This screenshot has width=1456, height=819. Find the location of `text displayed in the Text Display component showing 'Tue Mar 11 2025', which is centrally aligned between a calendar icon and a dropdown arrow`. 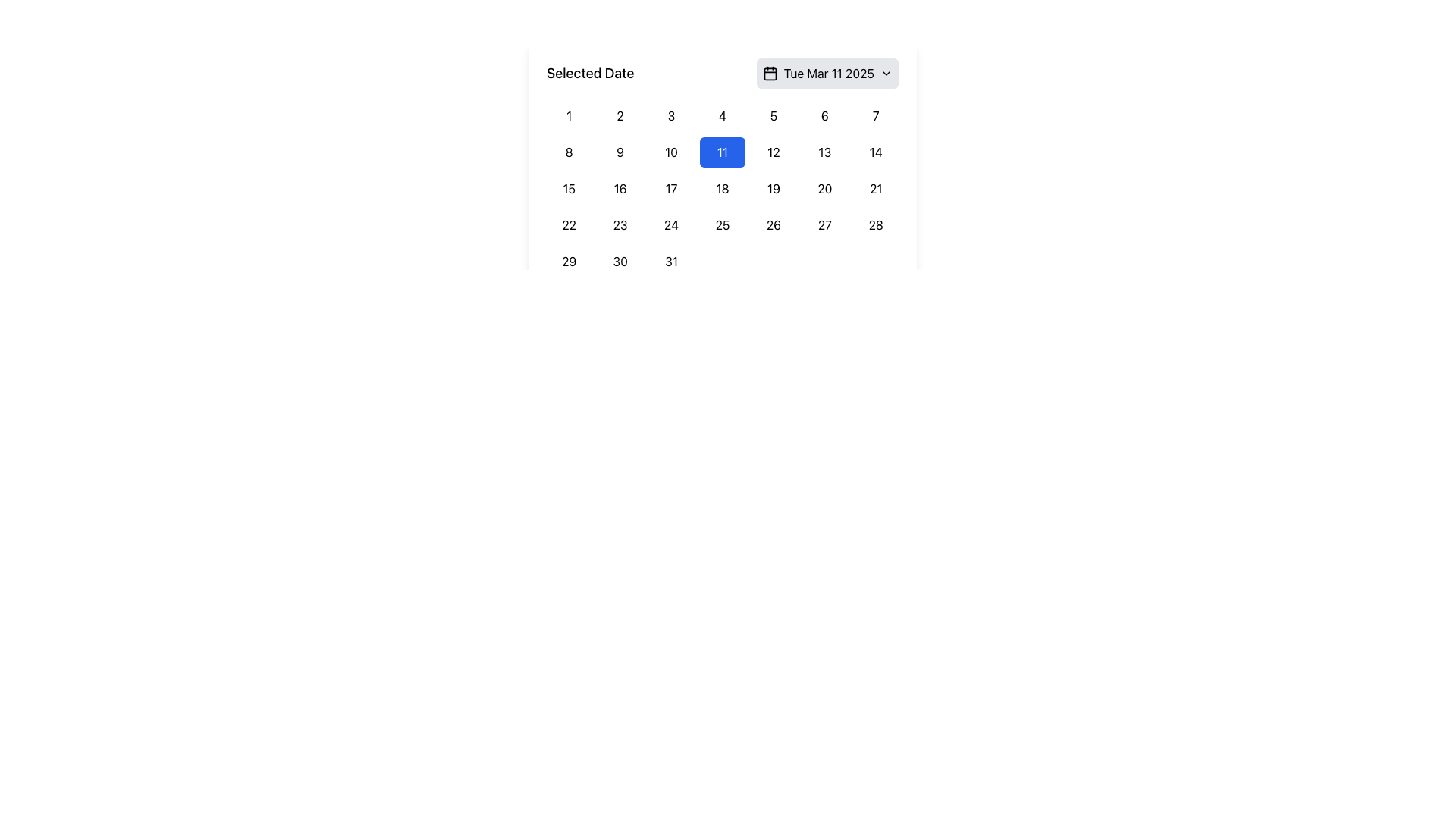

text displayed in the Text Display component showing 'Tue Mar 11 2025', which is centrally aligned between a calendar icon and a dropdown arrow is located at coordinates (828, 73).